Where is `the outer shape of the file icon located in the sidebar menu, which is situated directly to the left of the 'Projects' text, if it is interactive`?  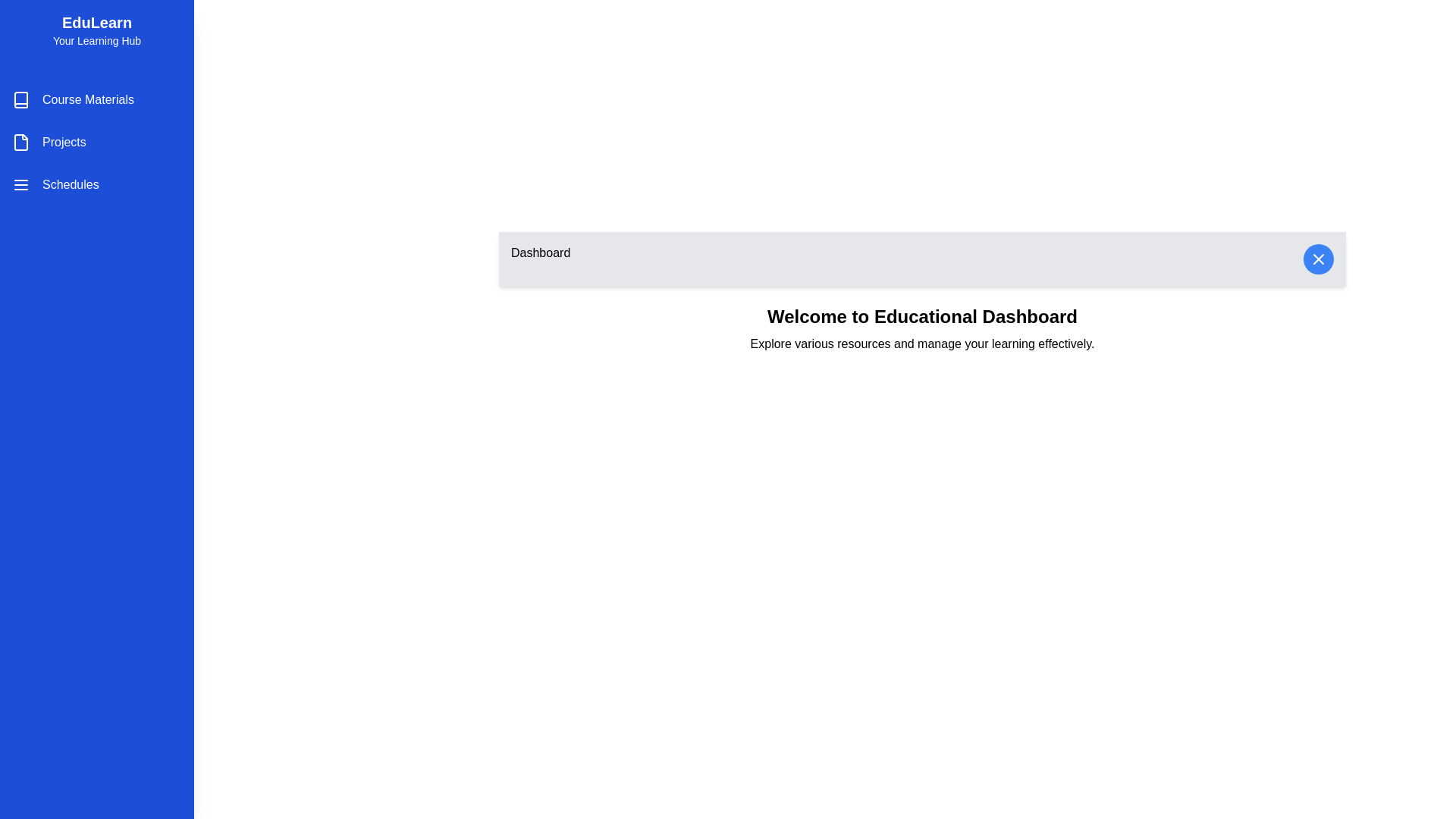
the outer shape of the file icon located in the sidebar menu, which is situated directly to the left of the 'Projects' text, if it is interactive is located at coordinates (21, 143).